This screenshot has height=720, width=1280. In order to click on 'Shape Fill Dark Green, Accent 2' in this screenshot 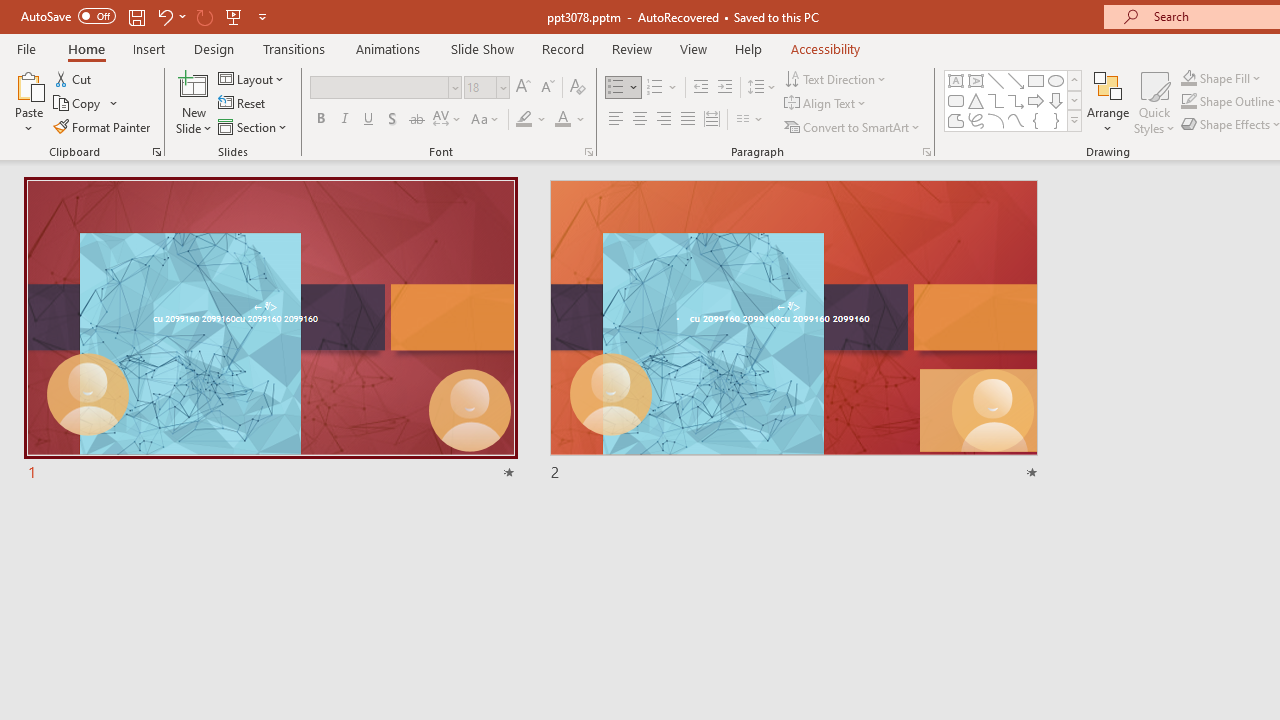, I will do `click(1189, 77)`.